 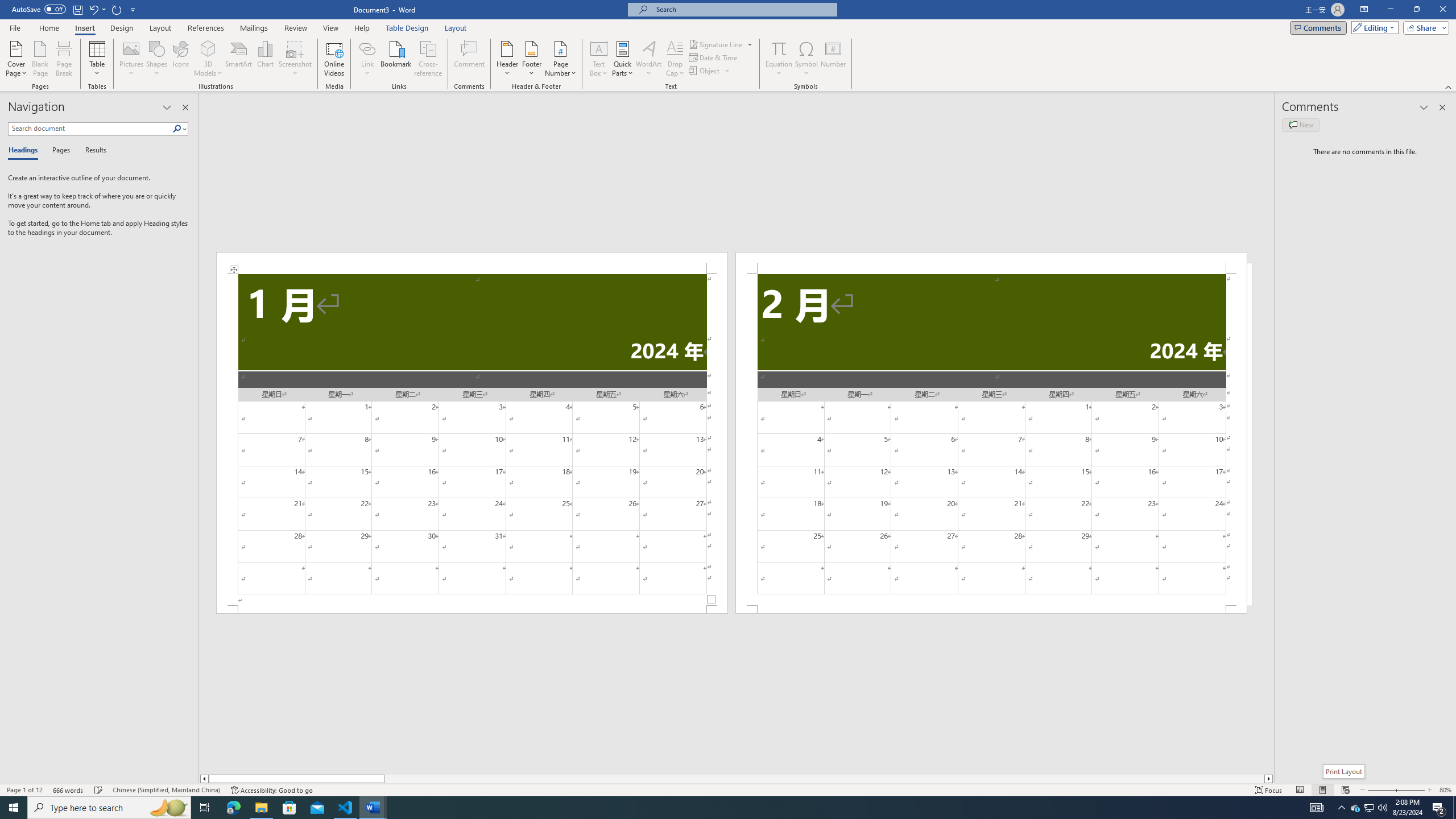 What do you see at coordinates (97, 9) in the screenshot?
I see `'Undo Increase Indent'` at bounding box center [97, 9].